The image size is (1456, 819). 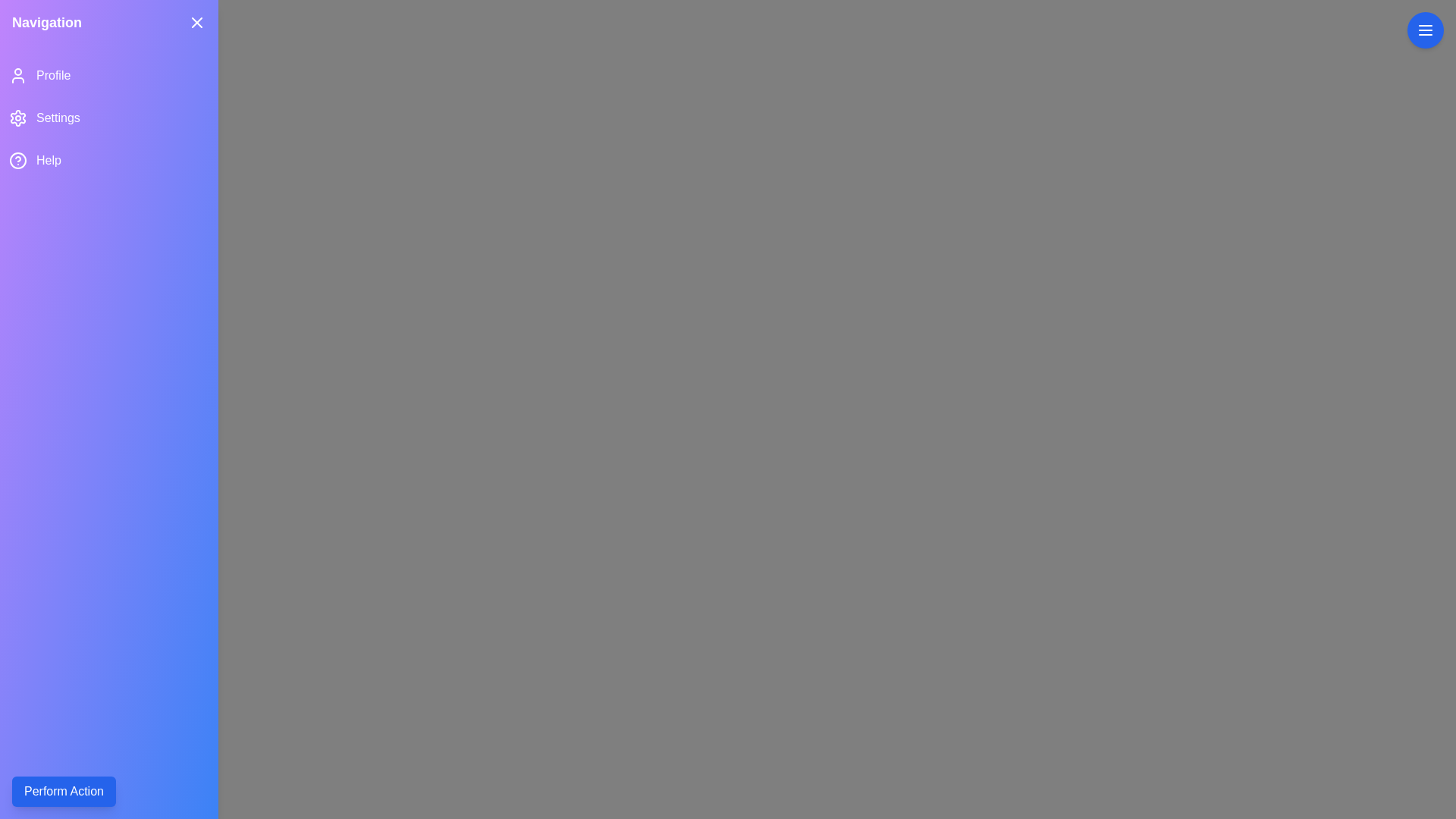 What do you see at coordinates (18, 117) in the screenshot?
I see `the gear icon representing settings, which is located to the left of the 'Settings' text in the navigation menu` at bounding box center [18, 117].